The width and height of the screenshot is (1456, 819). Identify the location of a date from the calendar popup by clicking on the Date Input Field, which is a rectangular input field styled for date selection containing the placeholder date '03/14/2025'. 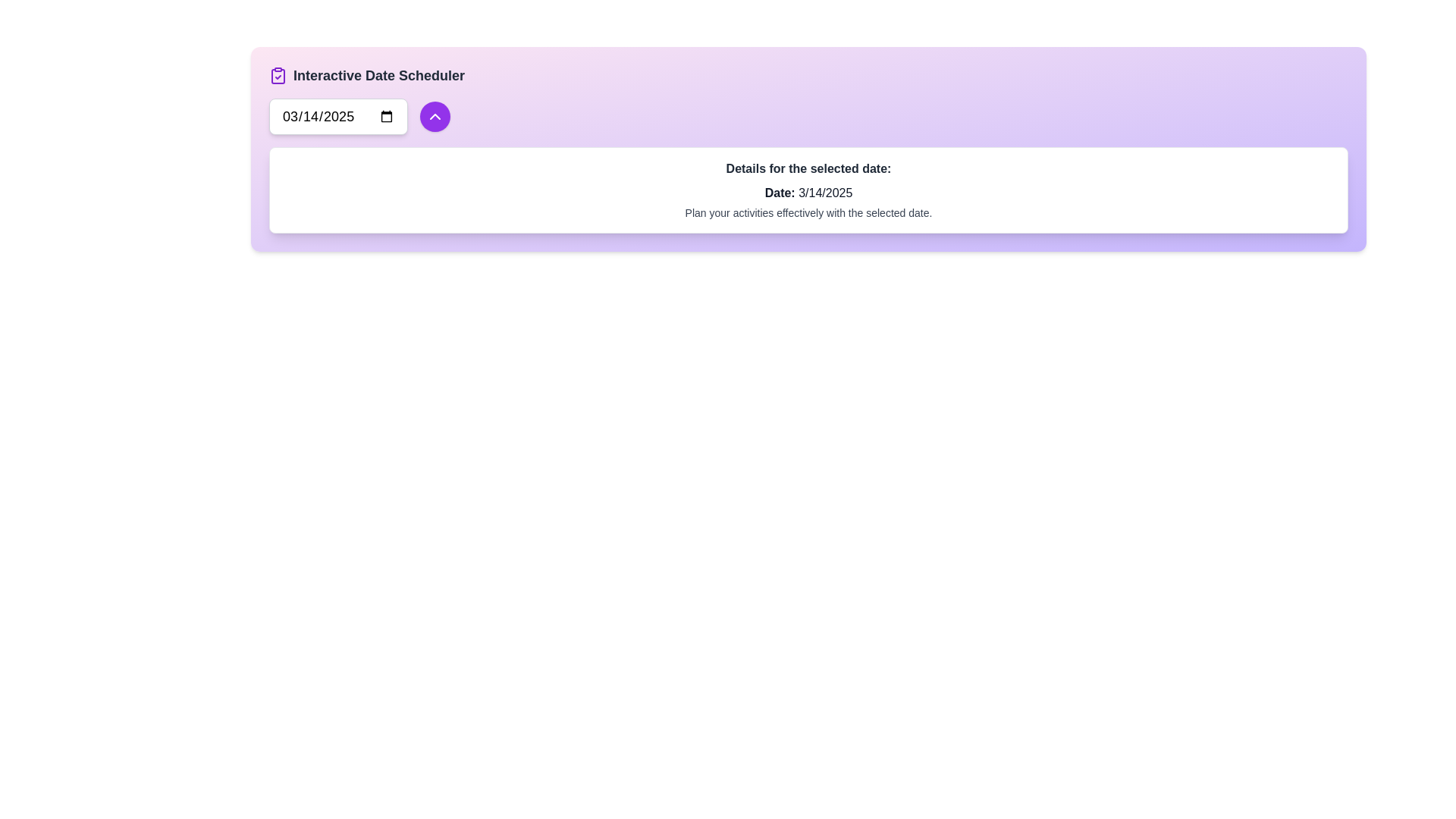
(337, 116).